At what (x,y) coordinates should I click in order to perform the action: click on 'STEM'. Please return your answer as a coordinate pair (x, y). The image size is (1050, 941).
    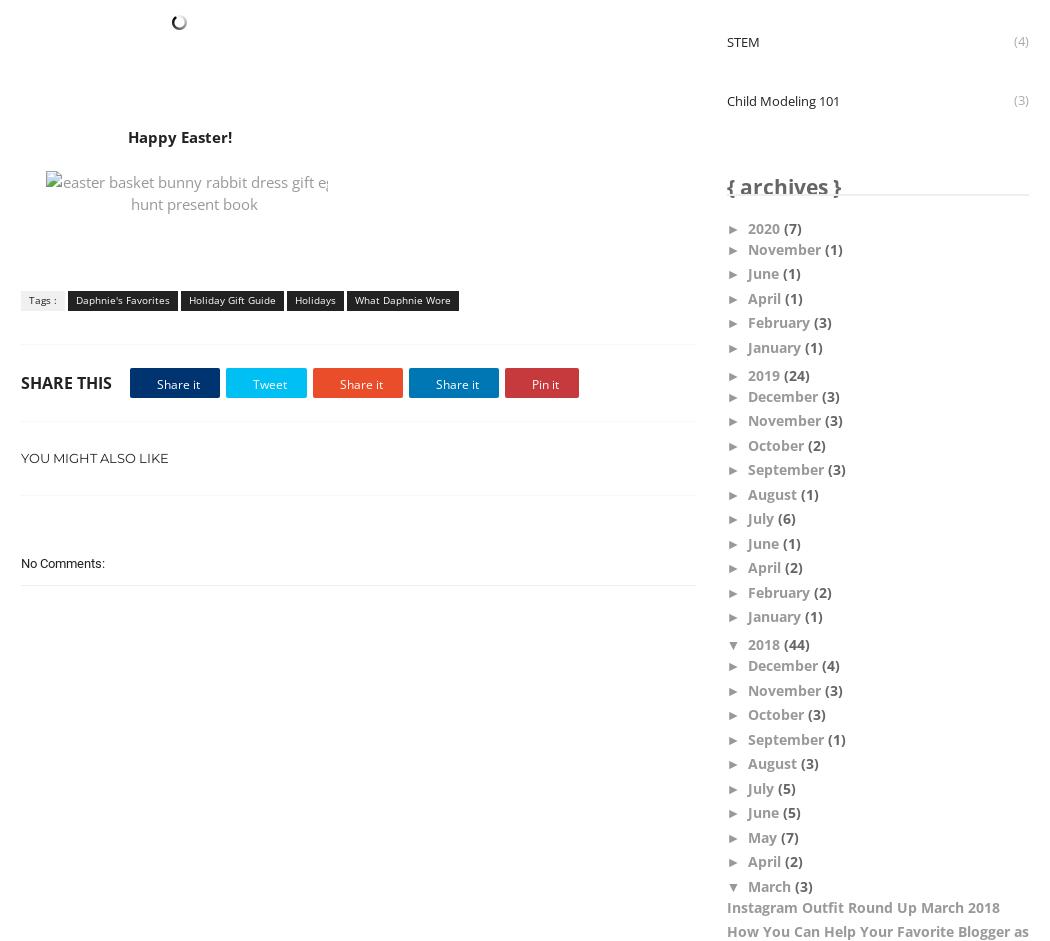
    Looking at the image, I should click on (724, 41).